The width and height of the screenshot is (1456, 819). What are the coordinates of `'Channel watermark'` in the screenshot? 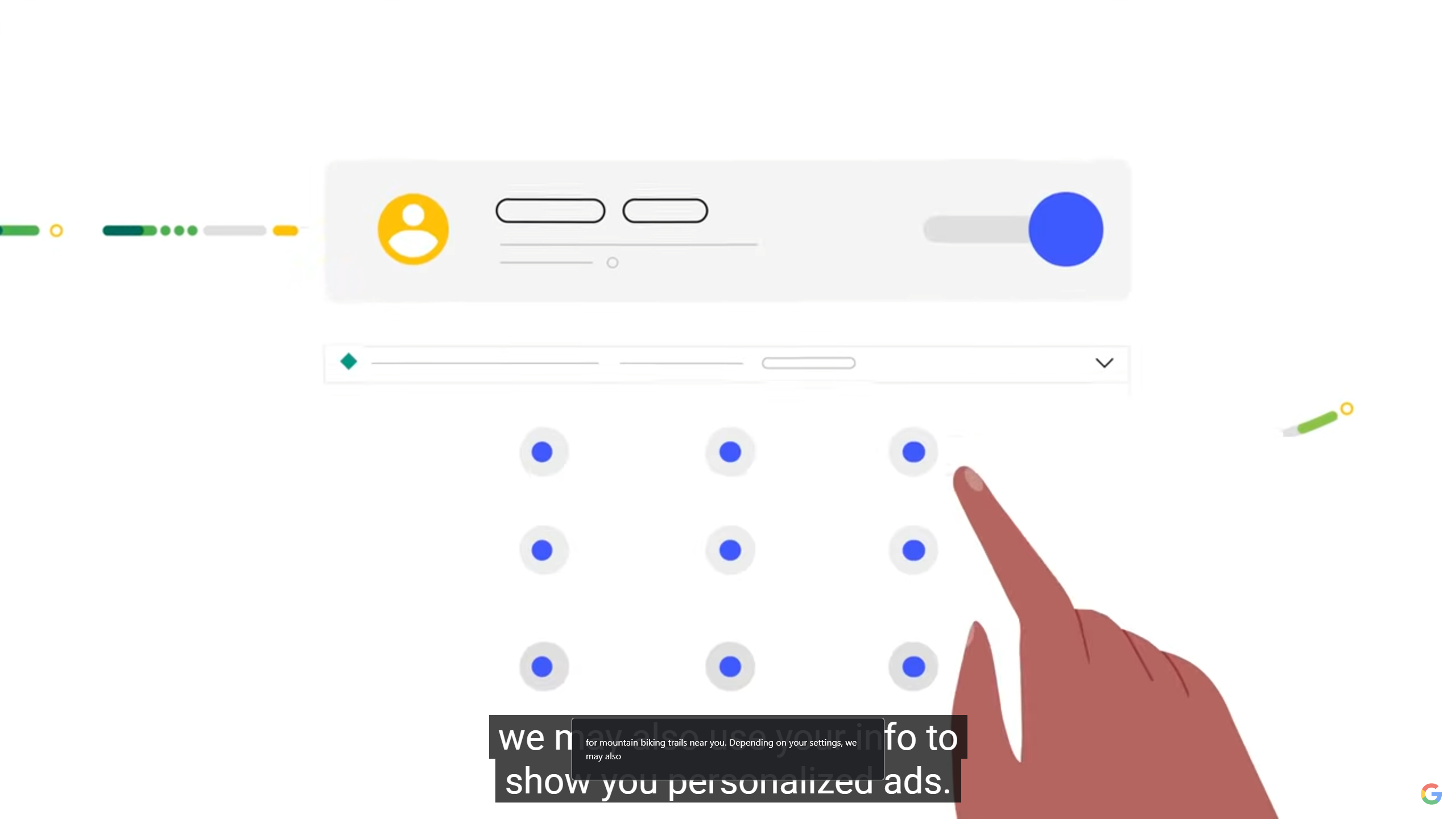 It's located at (1430, 793).